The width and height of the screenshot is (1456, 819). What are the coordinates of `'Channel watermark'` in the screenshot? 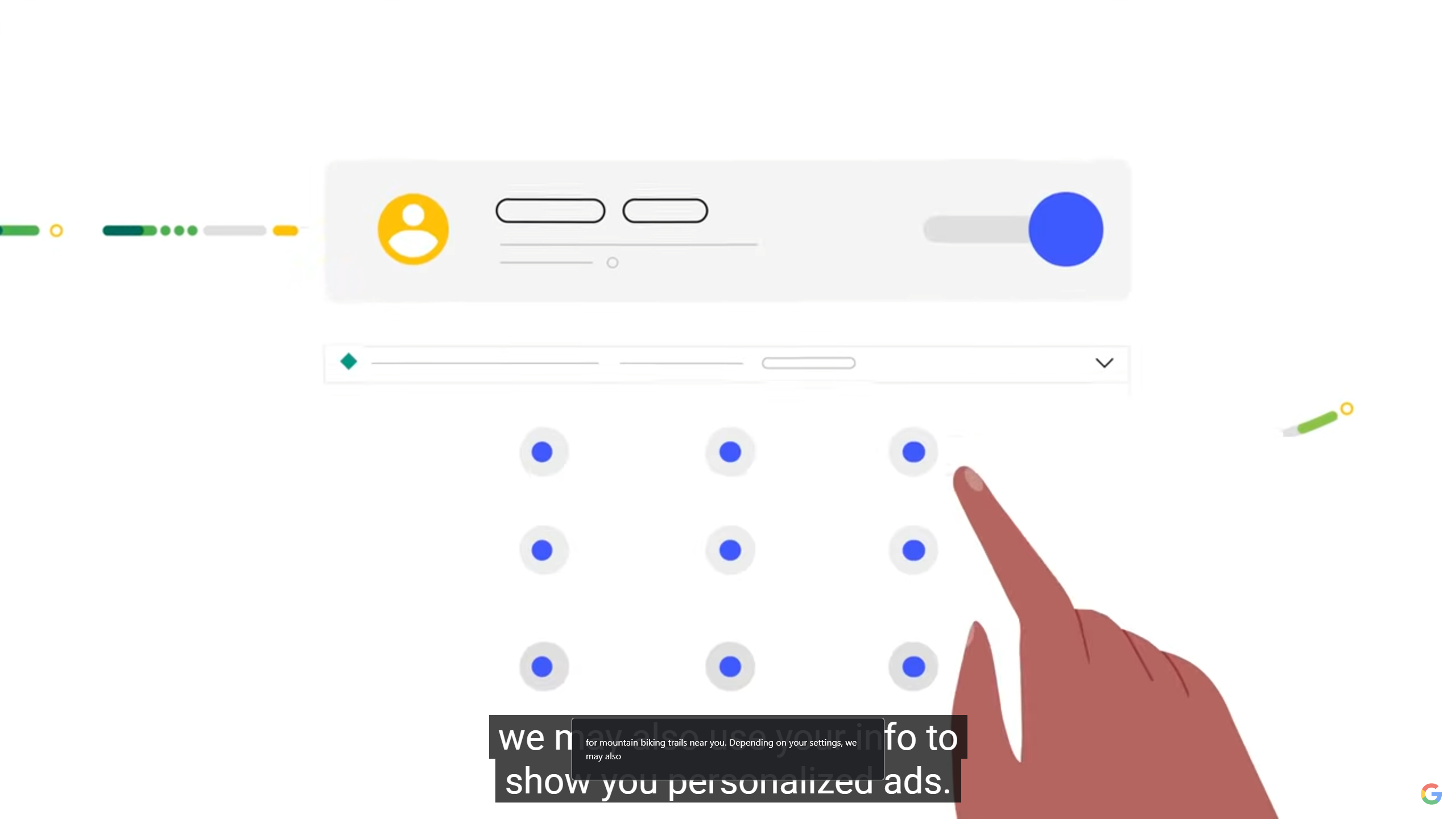 It's located at (1430, 793).